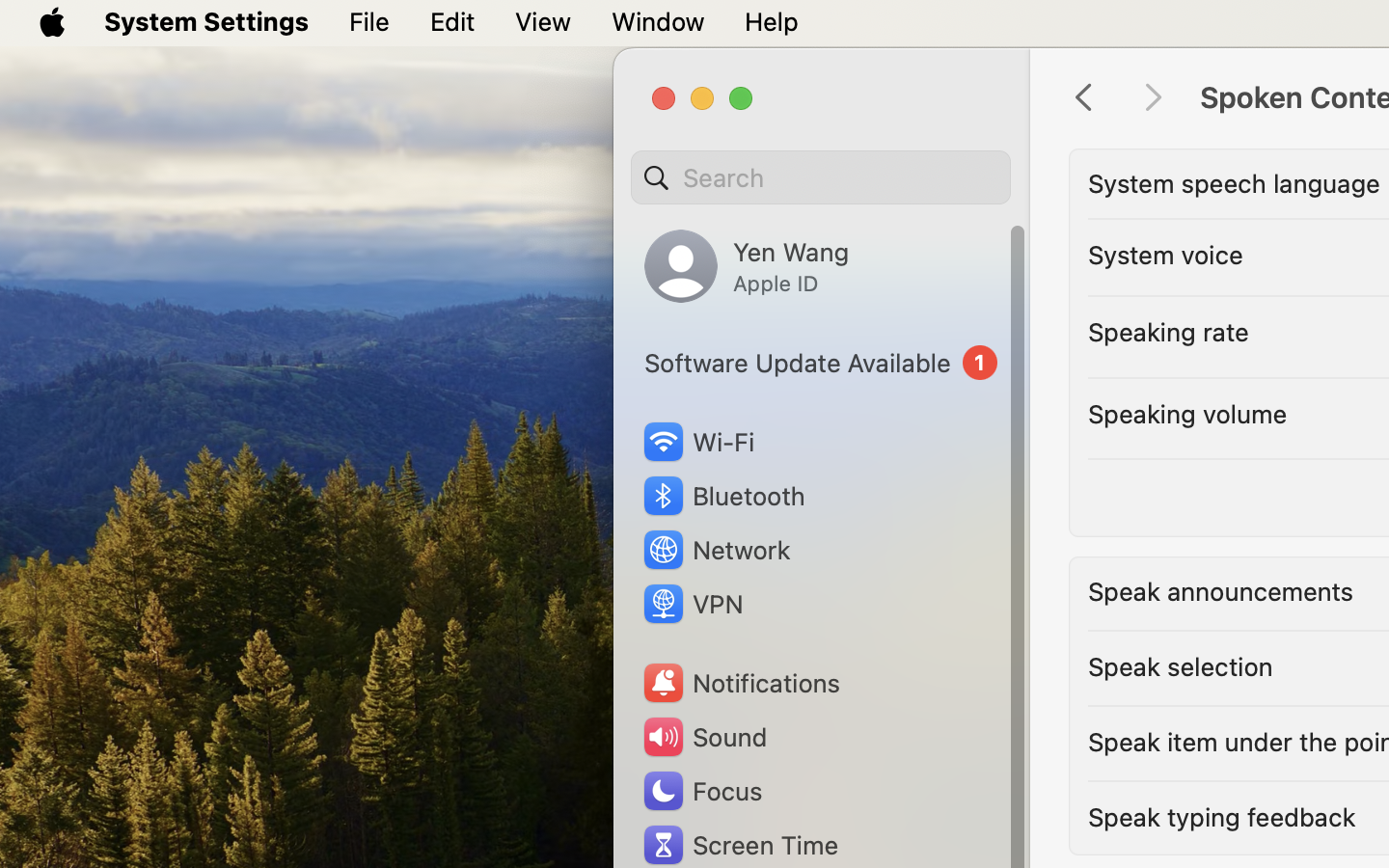  Describe the element at coordinates (1164, 253) in the screenshot. I see `'System voice'` at that location.